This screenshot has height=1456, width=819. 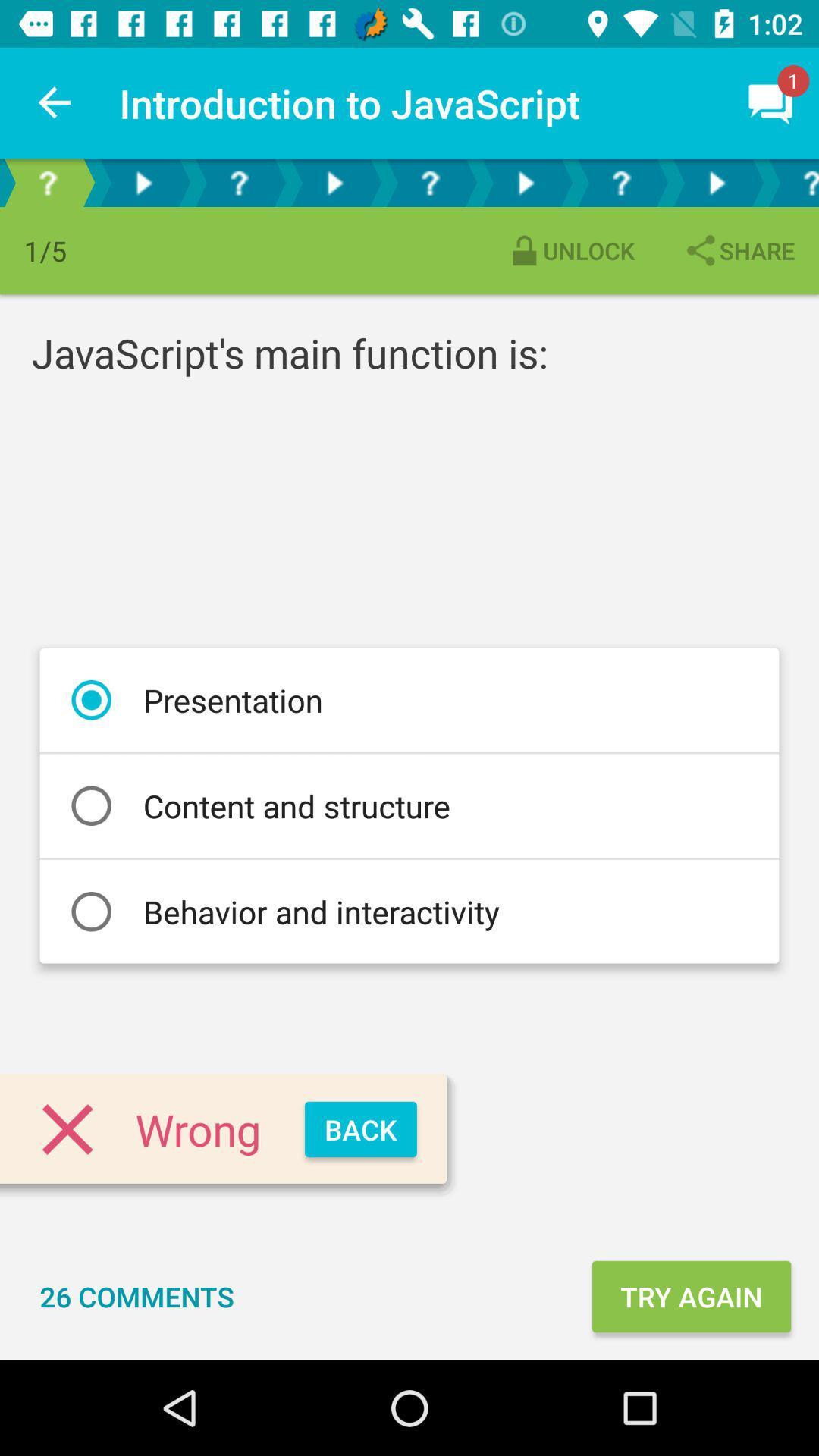 I want to click on the back item, so click(x=360, y=1129).